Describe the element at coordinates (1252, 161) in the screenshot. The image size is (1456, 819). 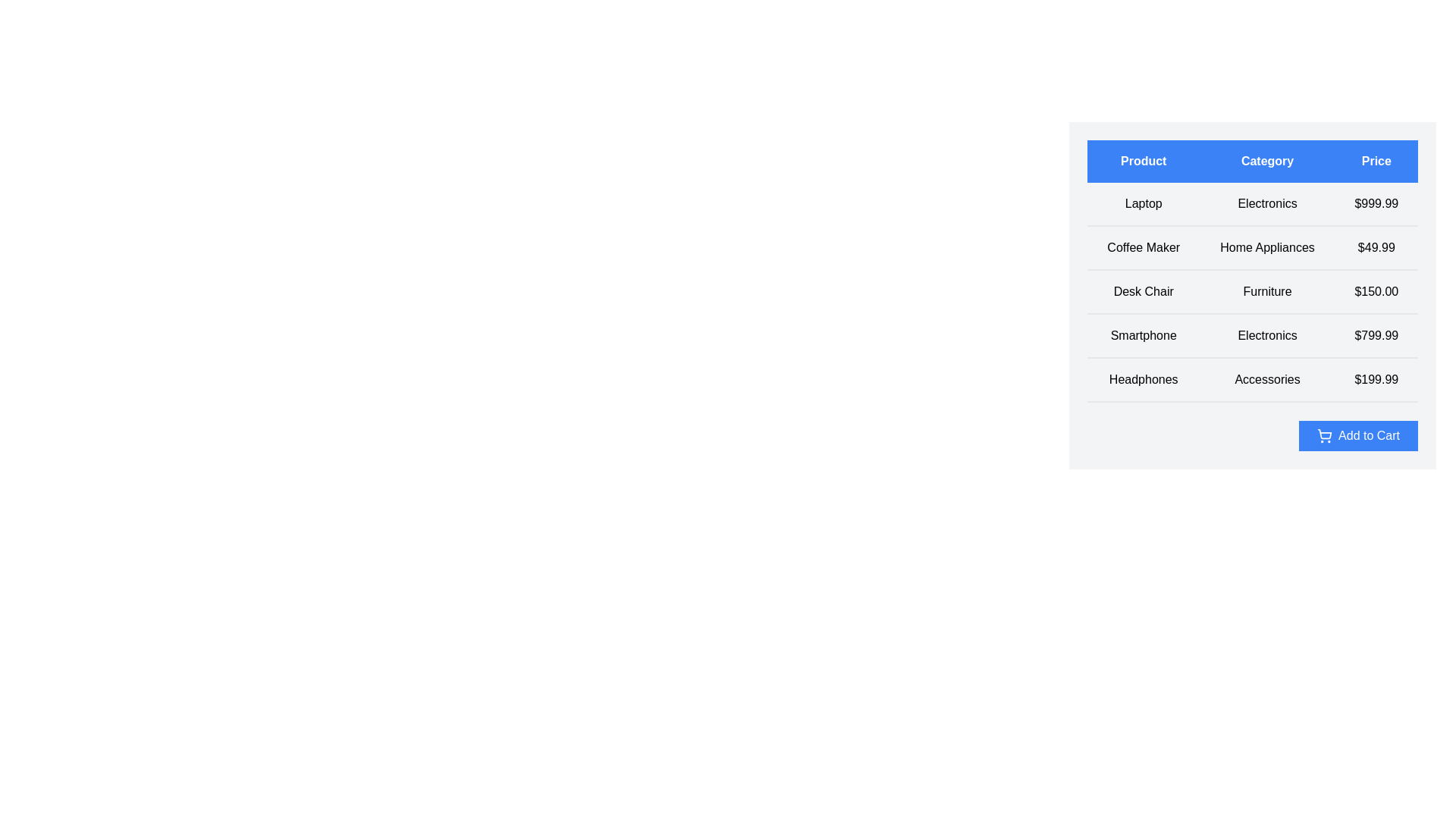
I see `the 'Category' label in the Table Header Row, which is centered and has a blue background with white text` at that location.